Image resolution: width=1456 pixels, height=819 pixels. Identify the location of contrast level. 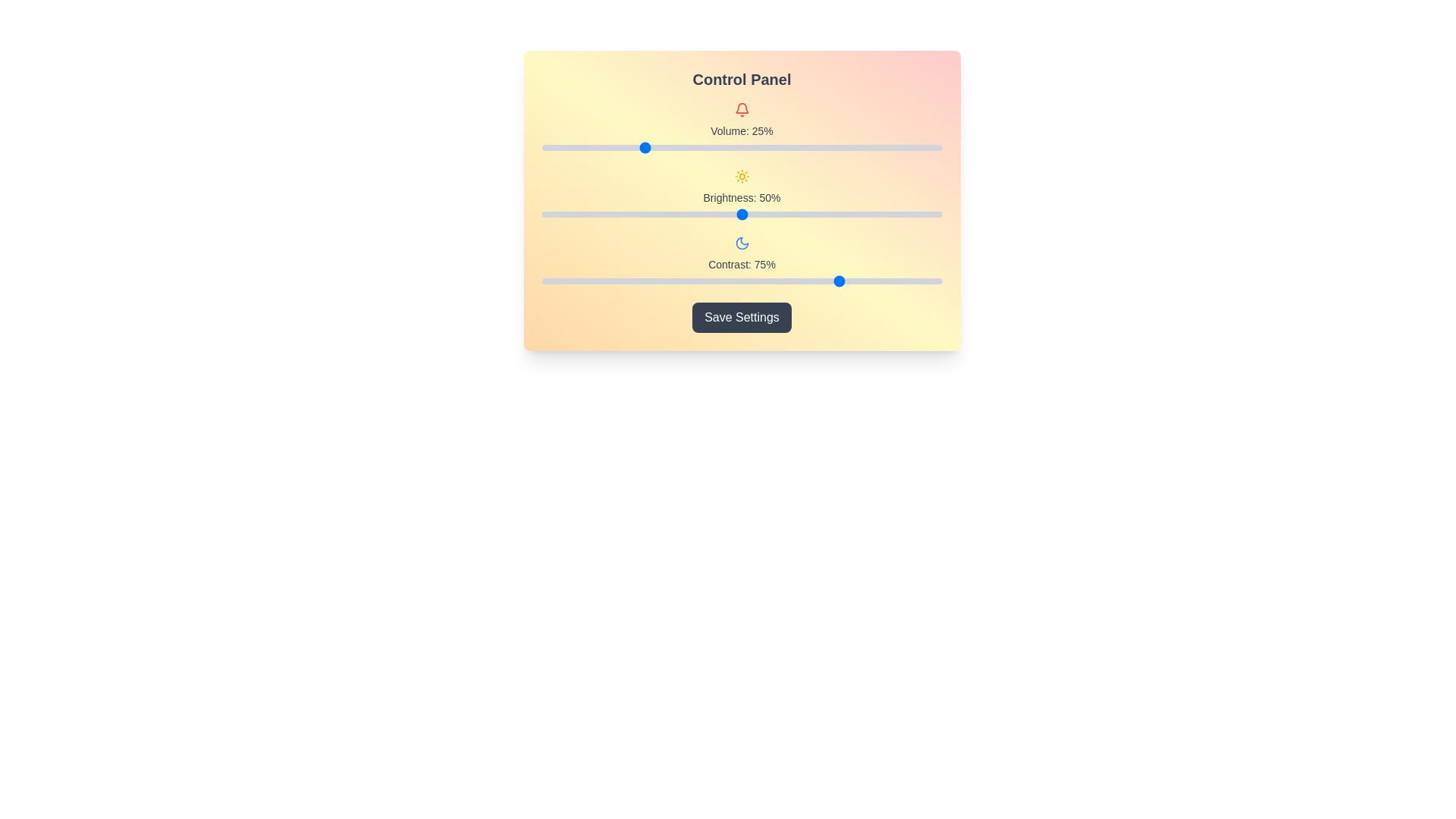
(805, 281).